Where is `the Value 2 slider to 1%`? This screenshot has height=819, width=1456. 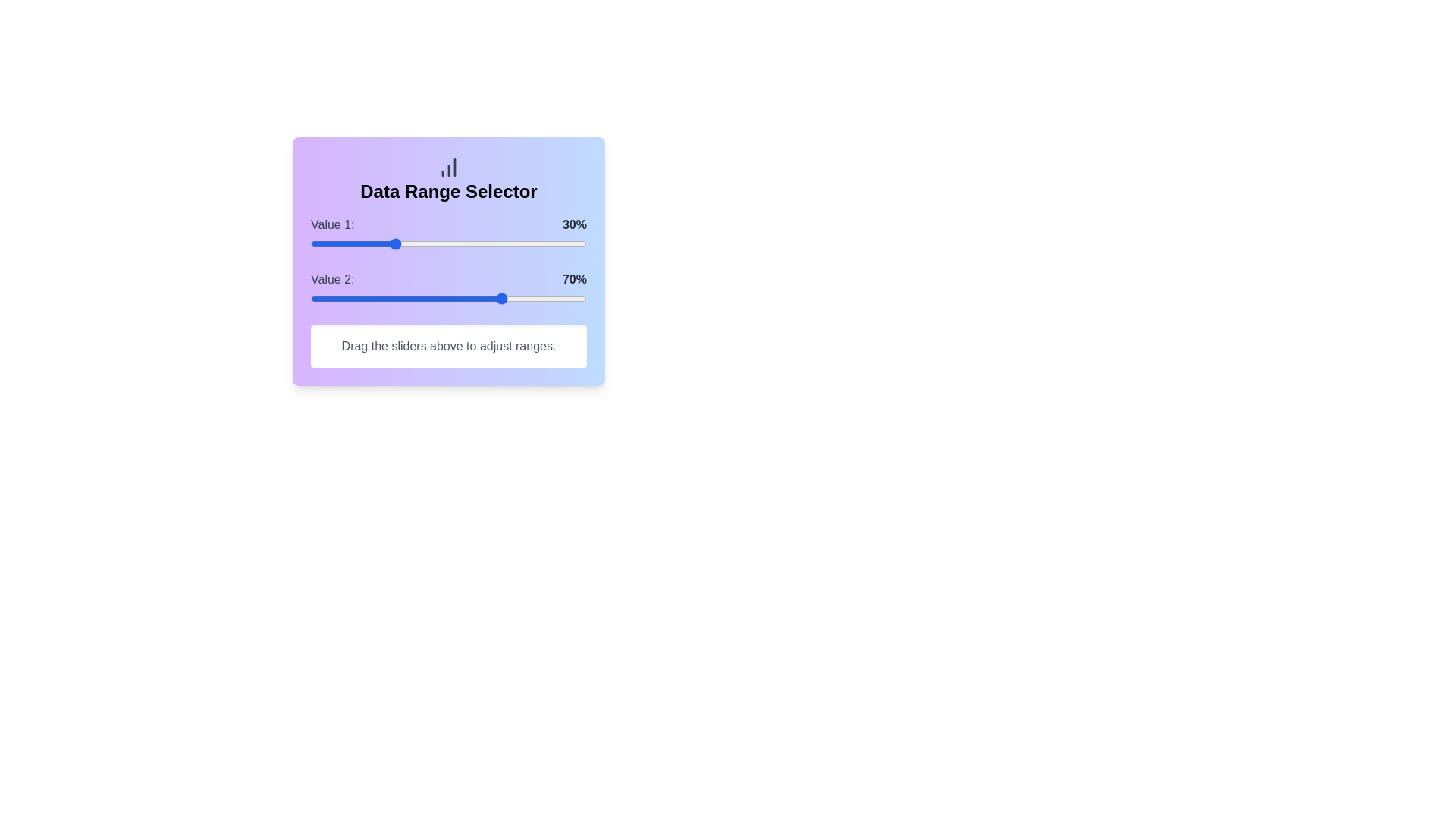 the Value 2 slider to 1% is located at coordinates (312, 298).